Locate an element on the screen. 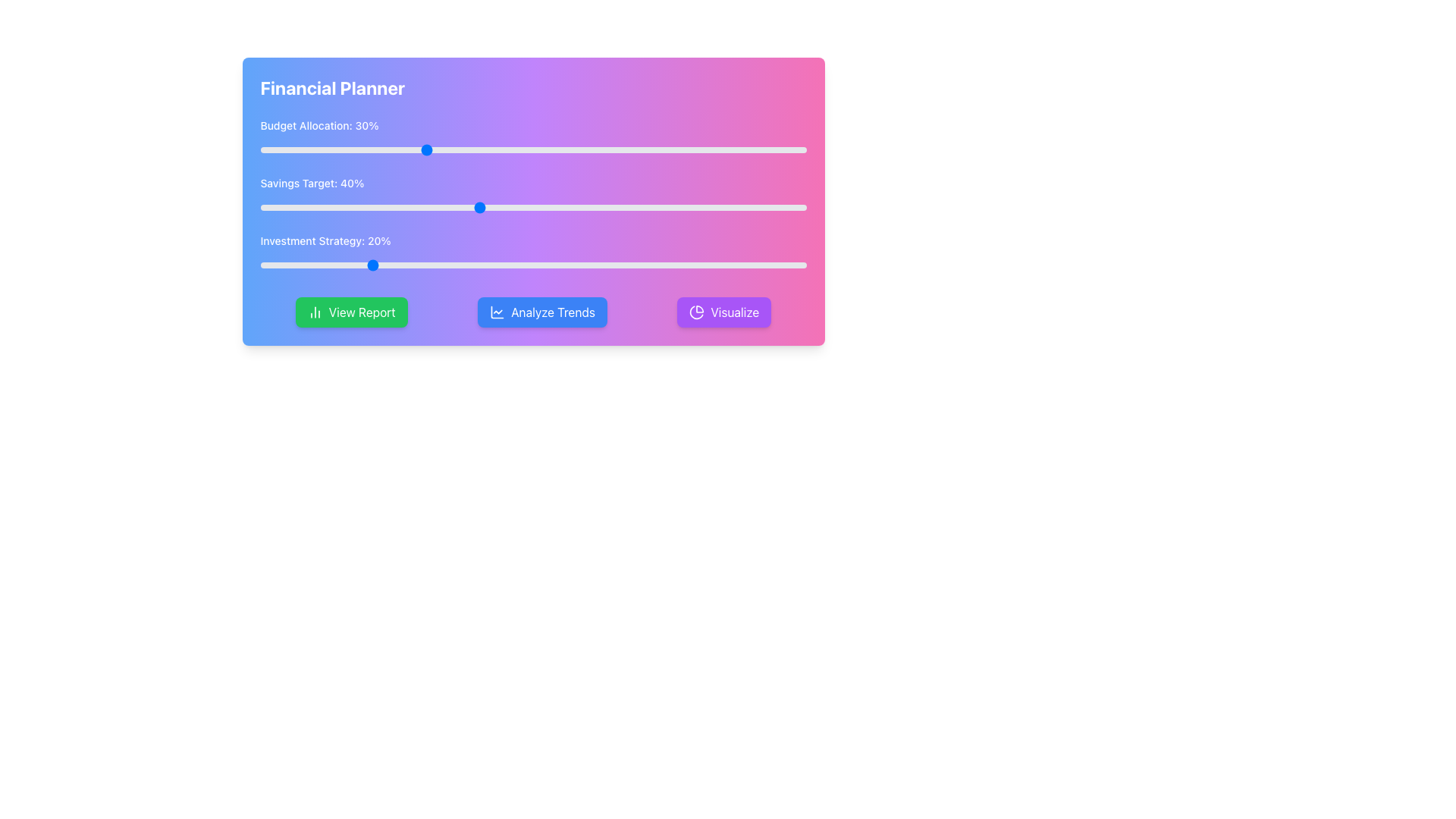 Image resolution: width=1456 pixels, height=819 pixels. the savings target is located at coordinates (467, 207).